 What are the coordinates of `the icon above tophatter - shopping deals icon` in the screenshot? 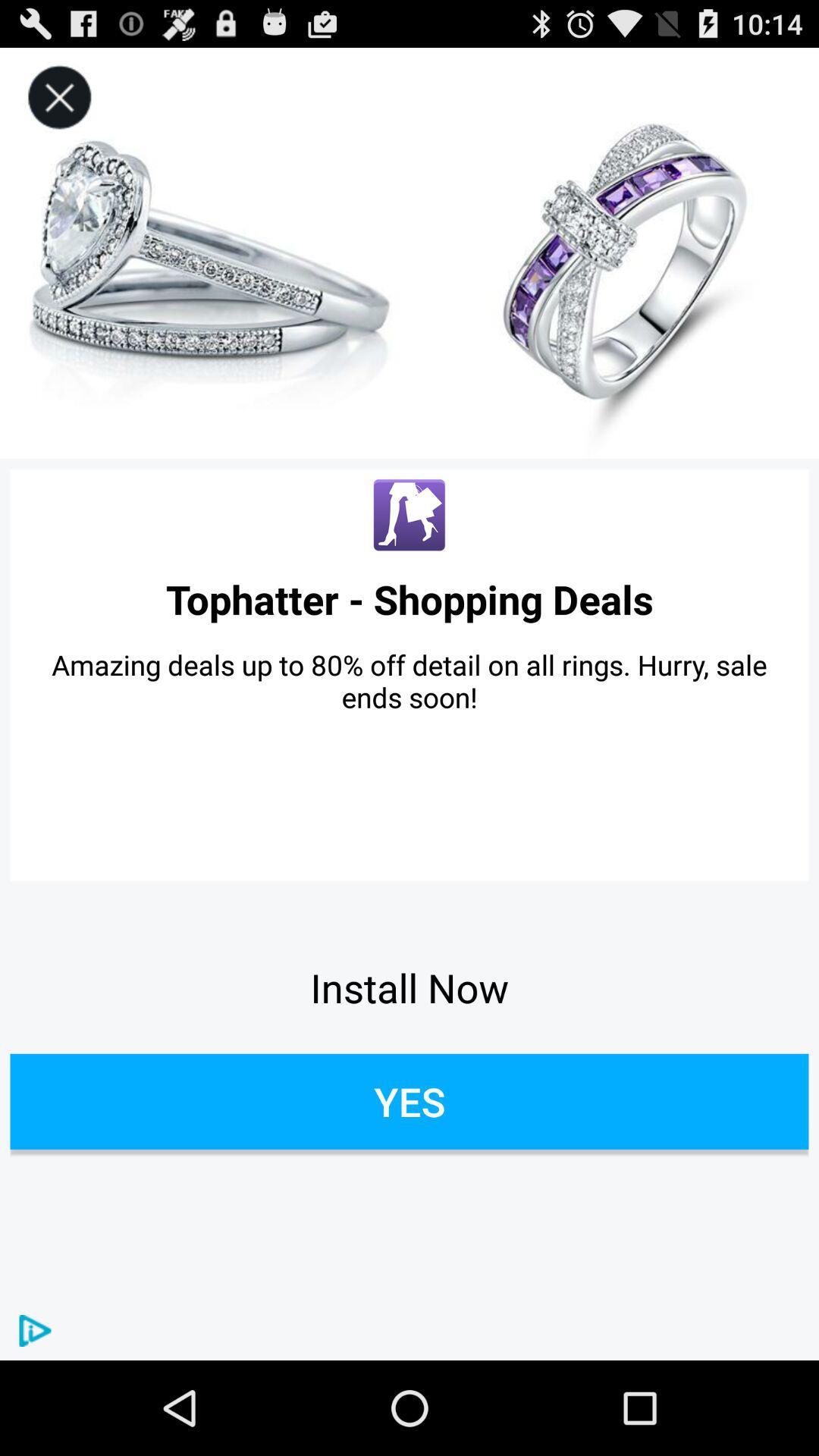 It's located at (409, 516).